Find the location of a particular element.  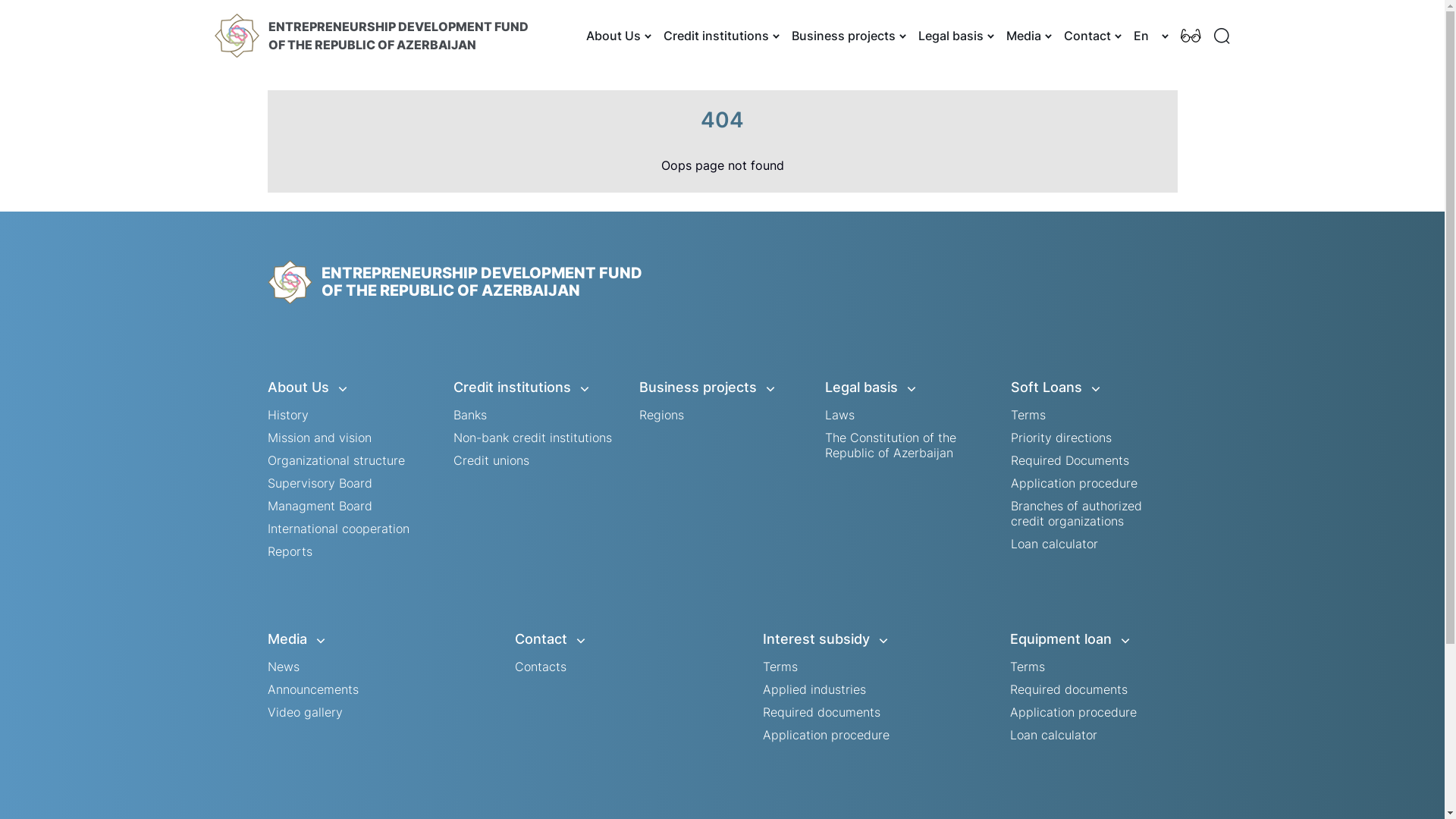

'Branches of authorized credit organizations' is located at coordinates (1075, 513).